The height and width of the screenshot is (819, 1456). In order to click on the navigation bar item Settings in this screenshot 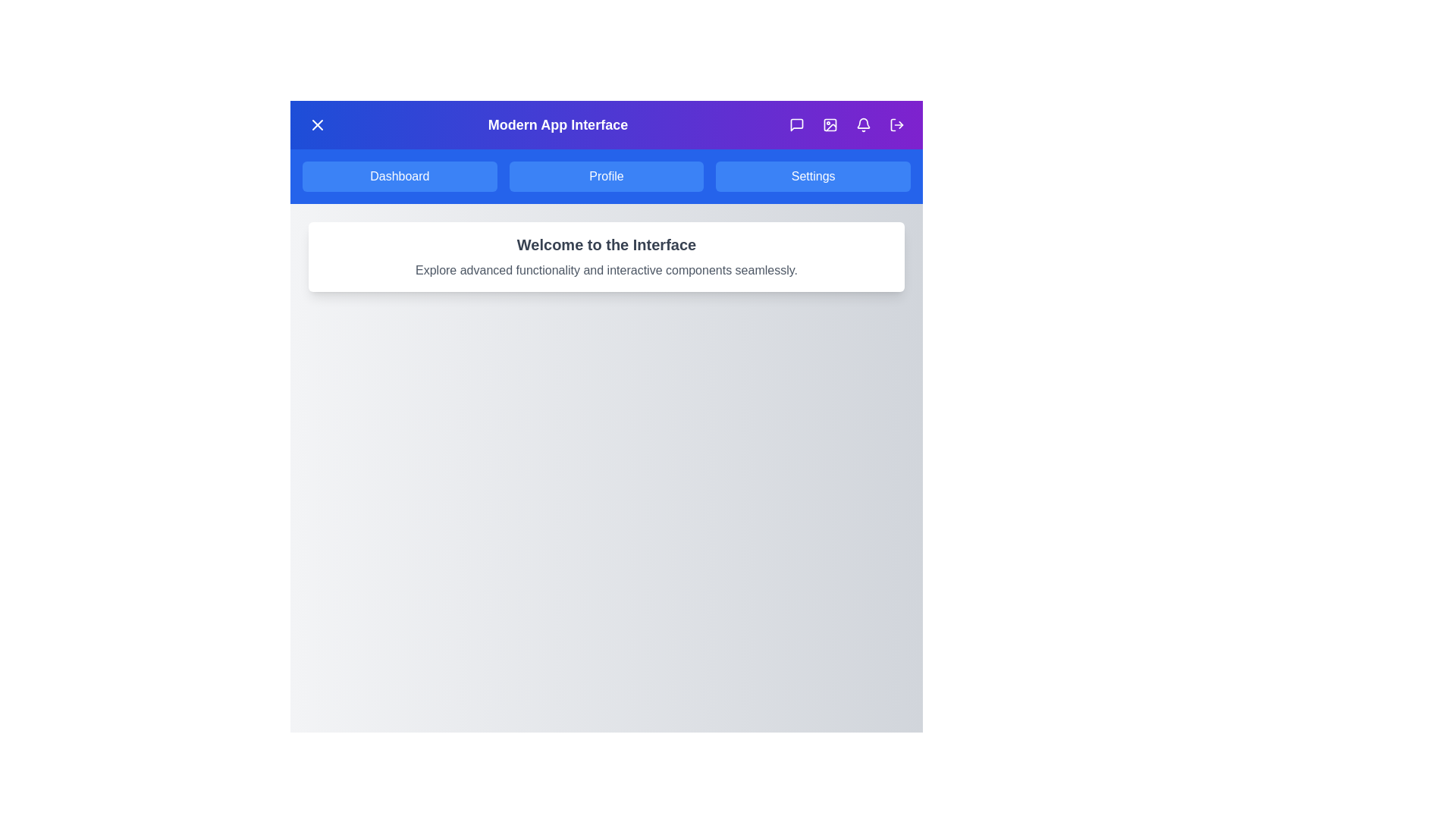, I will do `click(811, 175)`.